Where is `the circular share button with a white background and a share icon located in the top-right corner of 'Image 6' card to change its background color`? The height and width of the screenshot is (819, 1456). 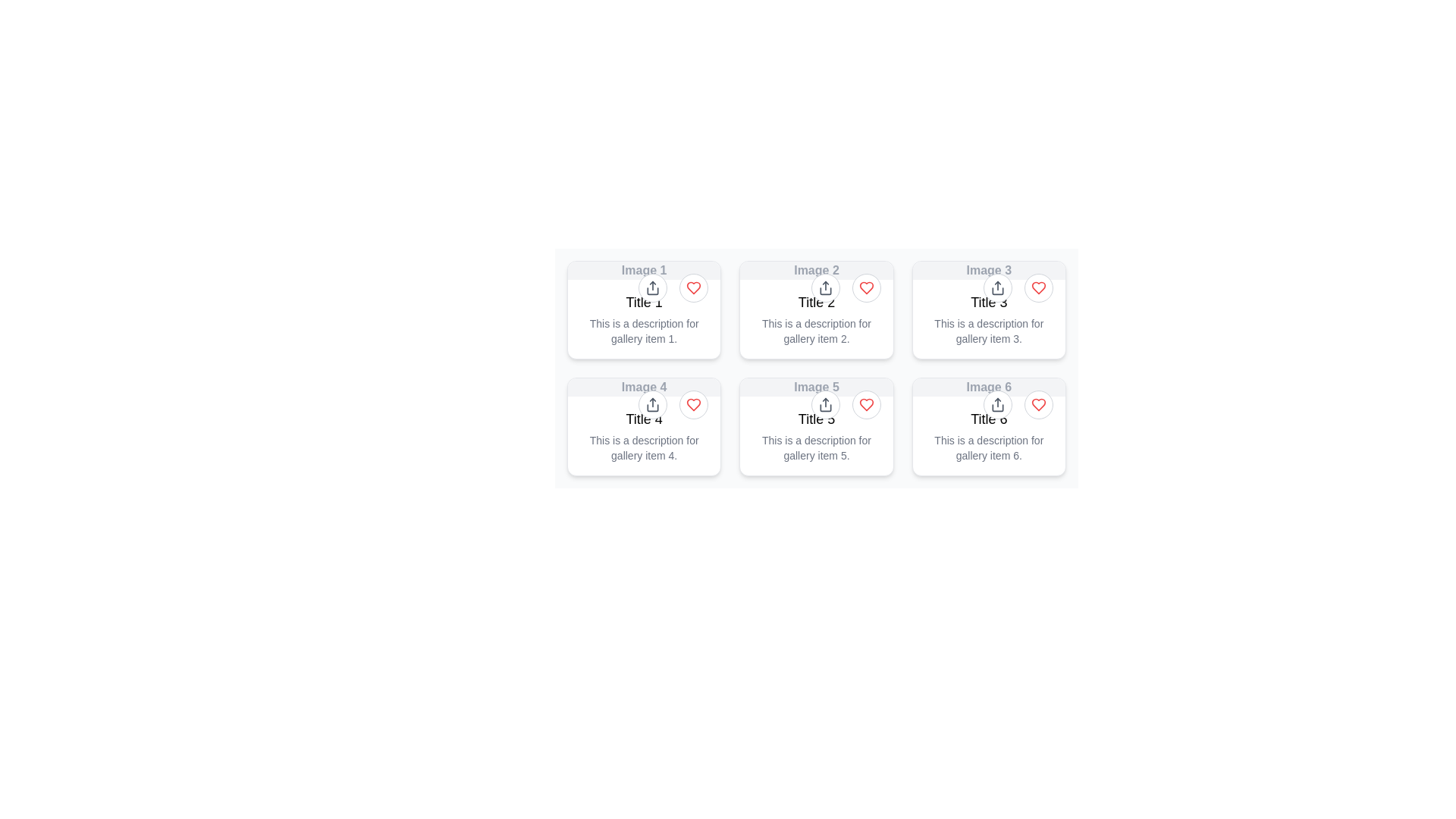
the circular share button with a white background and a share icon located in the top-right corner of 'Image 6' card to change its background color is located at coordinates (997, 403).